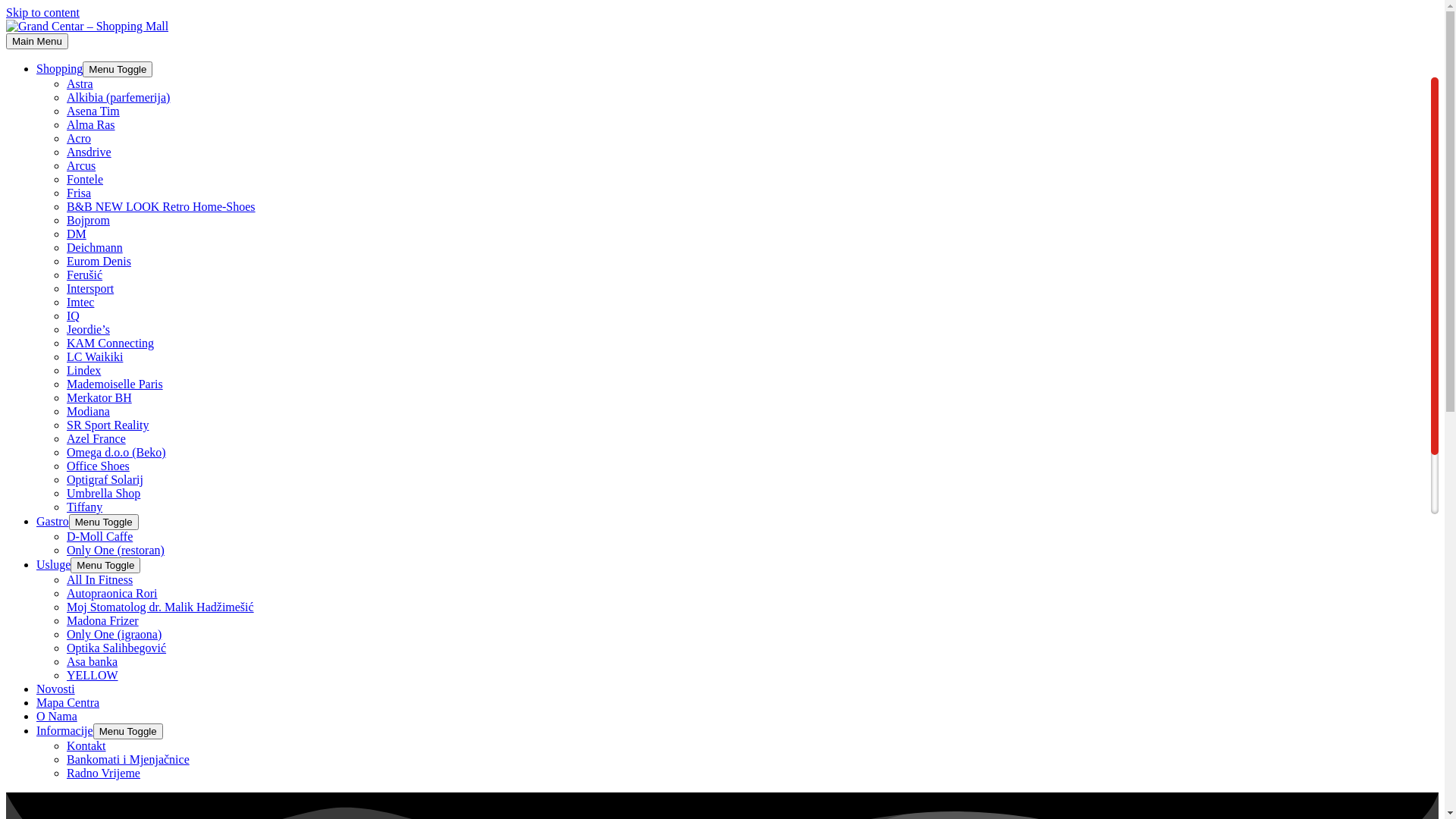 This screenshot has height=819, width=1456. I want to click on 'Imtec', so click(79, 302).